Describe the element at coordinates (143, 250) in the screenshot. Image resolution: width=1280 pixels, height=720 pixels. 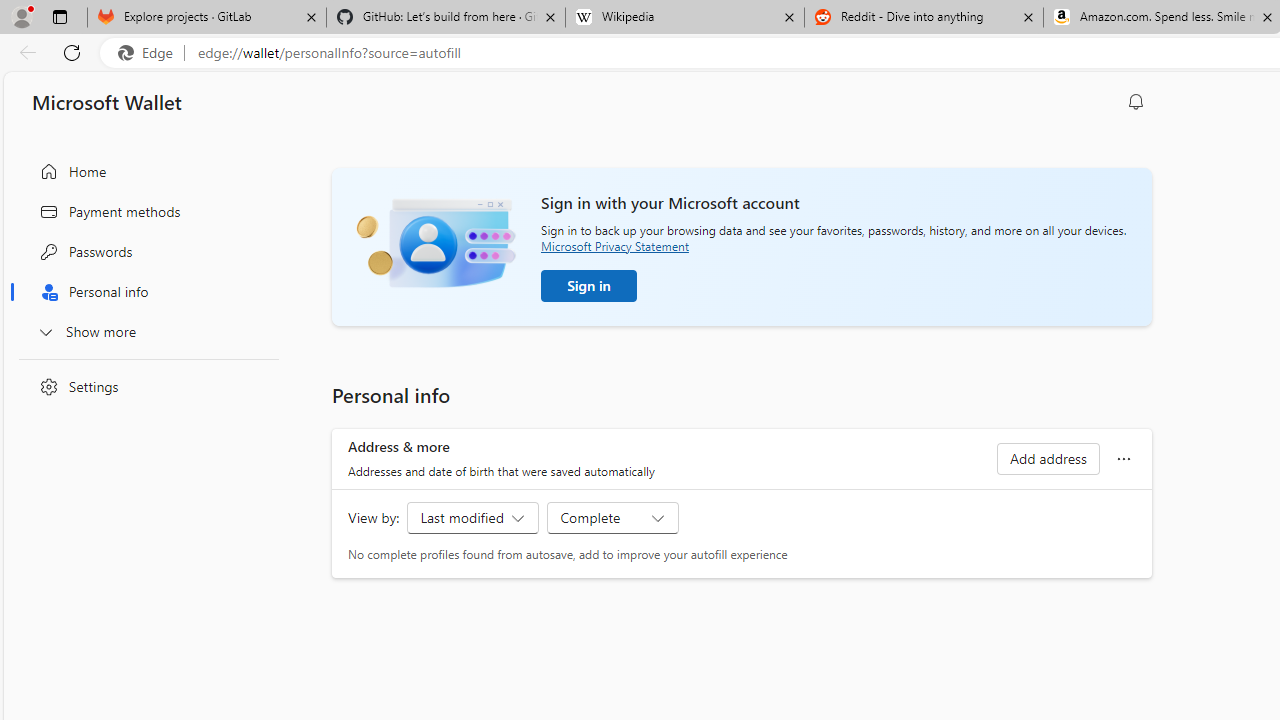
I see `'Passwords'` at that location.